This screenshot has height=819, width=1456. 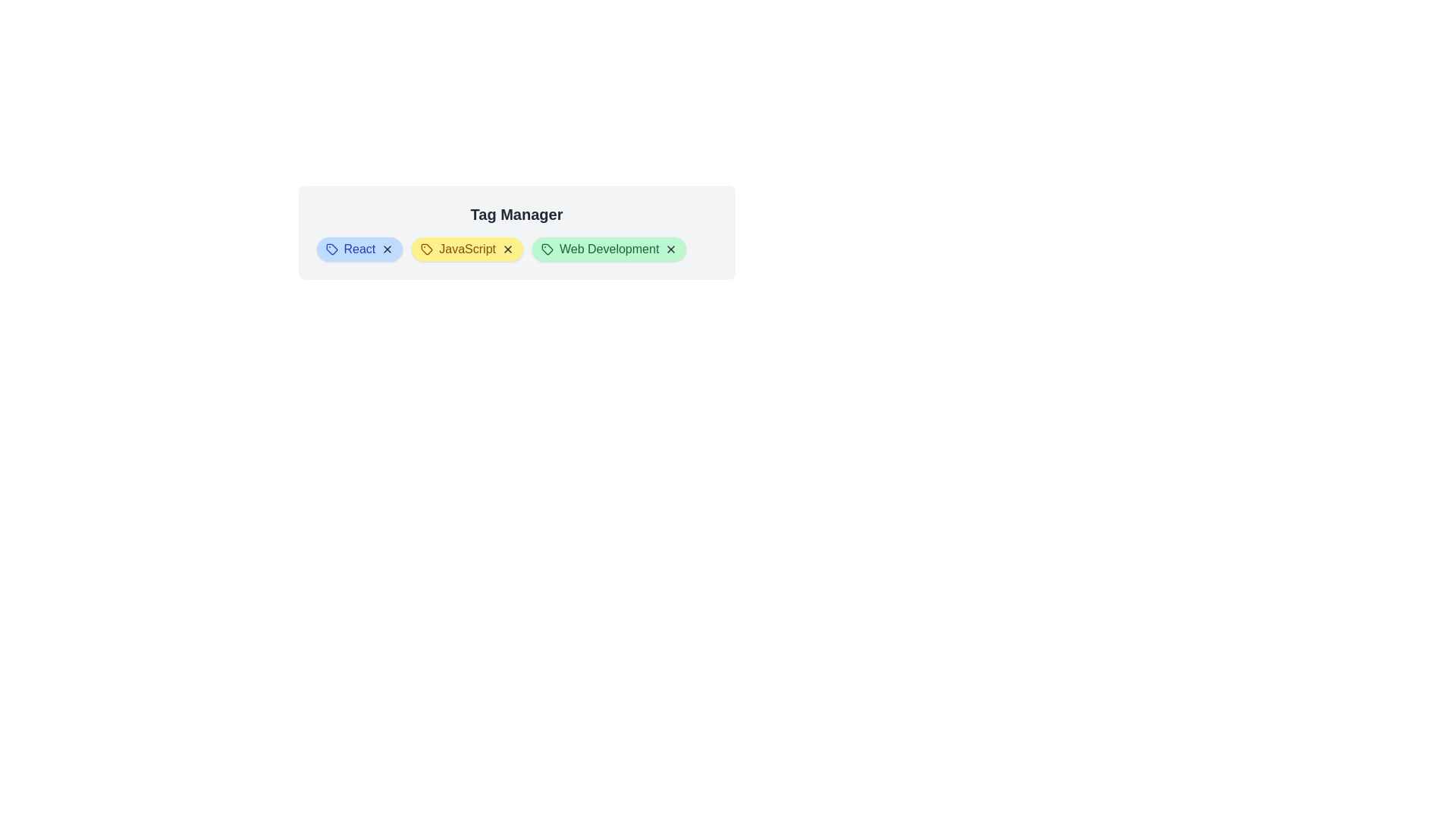 What do you see at coordinates (670, 248) in the screenshot?
I see `the close button of the tag labeled Web Development` at bounding box center [670, 248].